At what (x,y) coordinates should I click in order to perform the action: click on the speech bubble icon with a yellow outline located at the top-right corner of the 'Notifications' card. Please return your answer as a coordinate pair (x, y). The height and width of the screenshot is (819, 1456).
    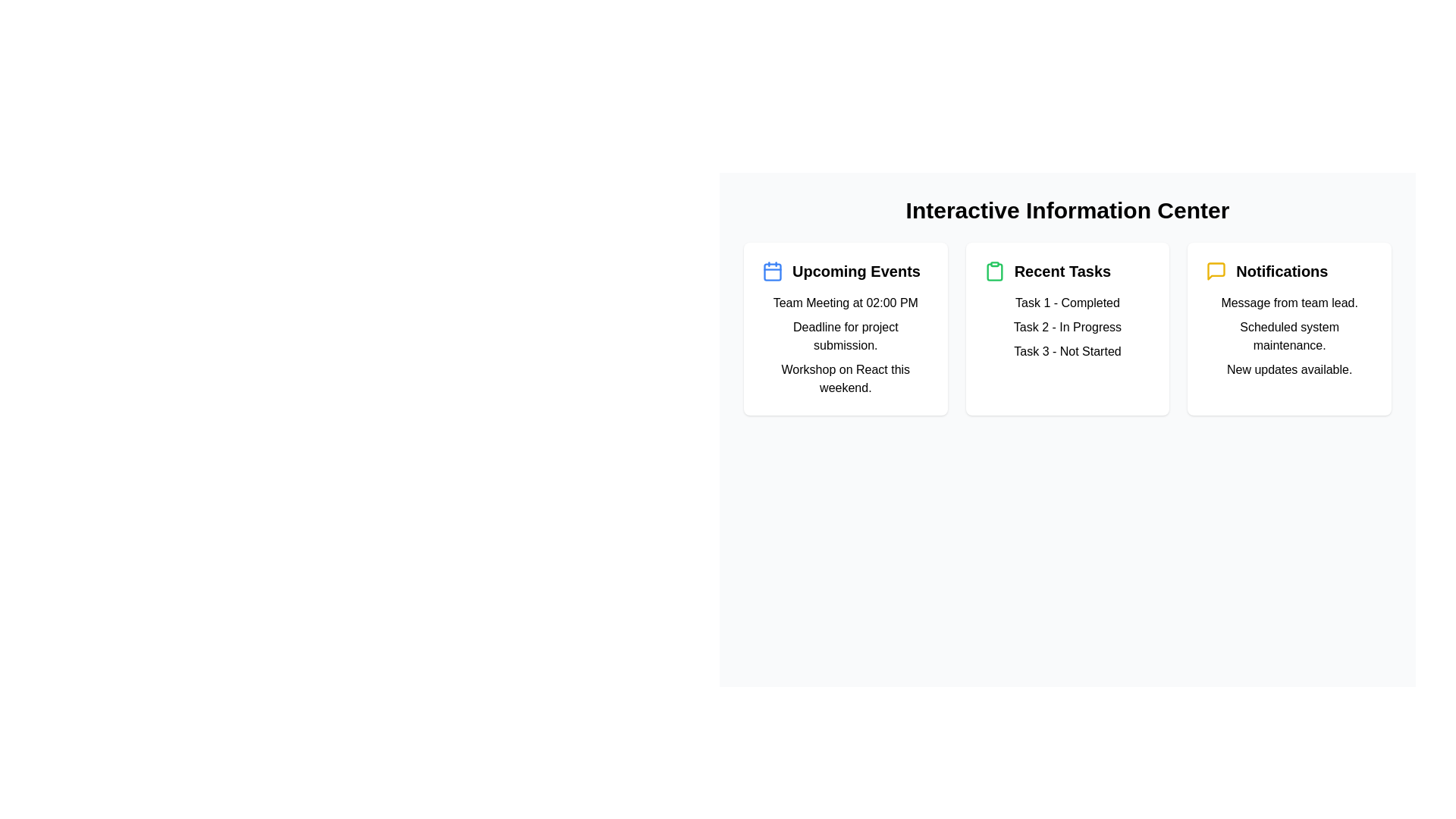
    Looking at the image, I should click on (1216, 271).